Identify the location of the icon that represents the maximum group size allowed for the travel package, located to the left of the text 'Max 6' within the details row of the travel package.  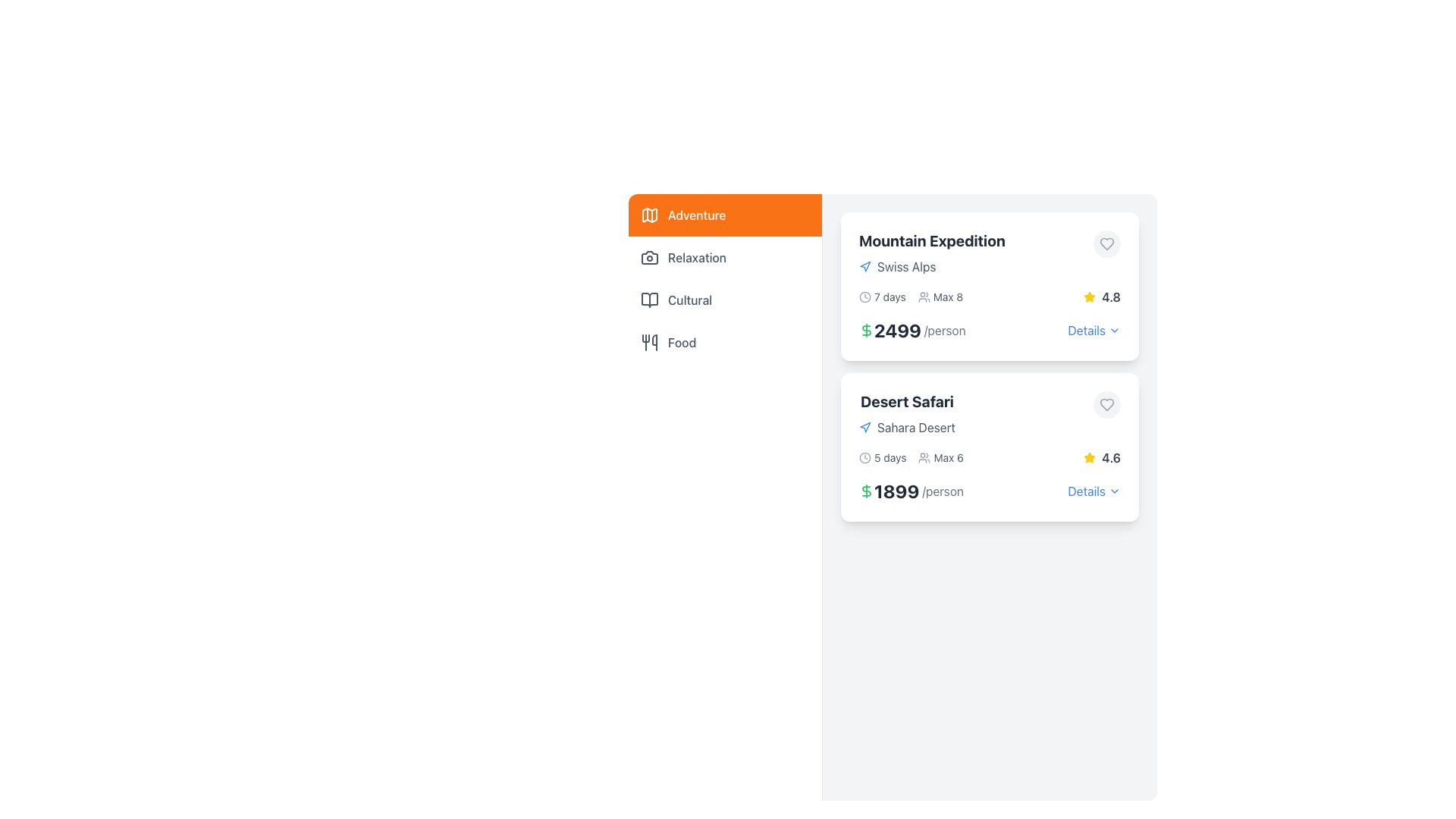
(924, 457).